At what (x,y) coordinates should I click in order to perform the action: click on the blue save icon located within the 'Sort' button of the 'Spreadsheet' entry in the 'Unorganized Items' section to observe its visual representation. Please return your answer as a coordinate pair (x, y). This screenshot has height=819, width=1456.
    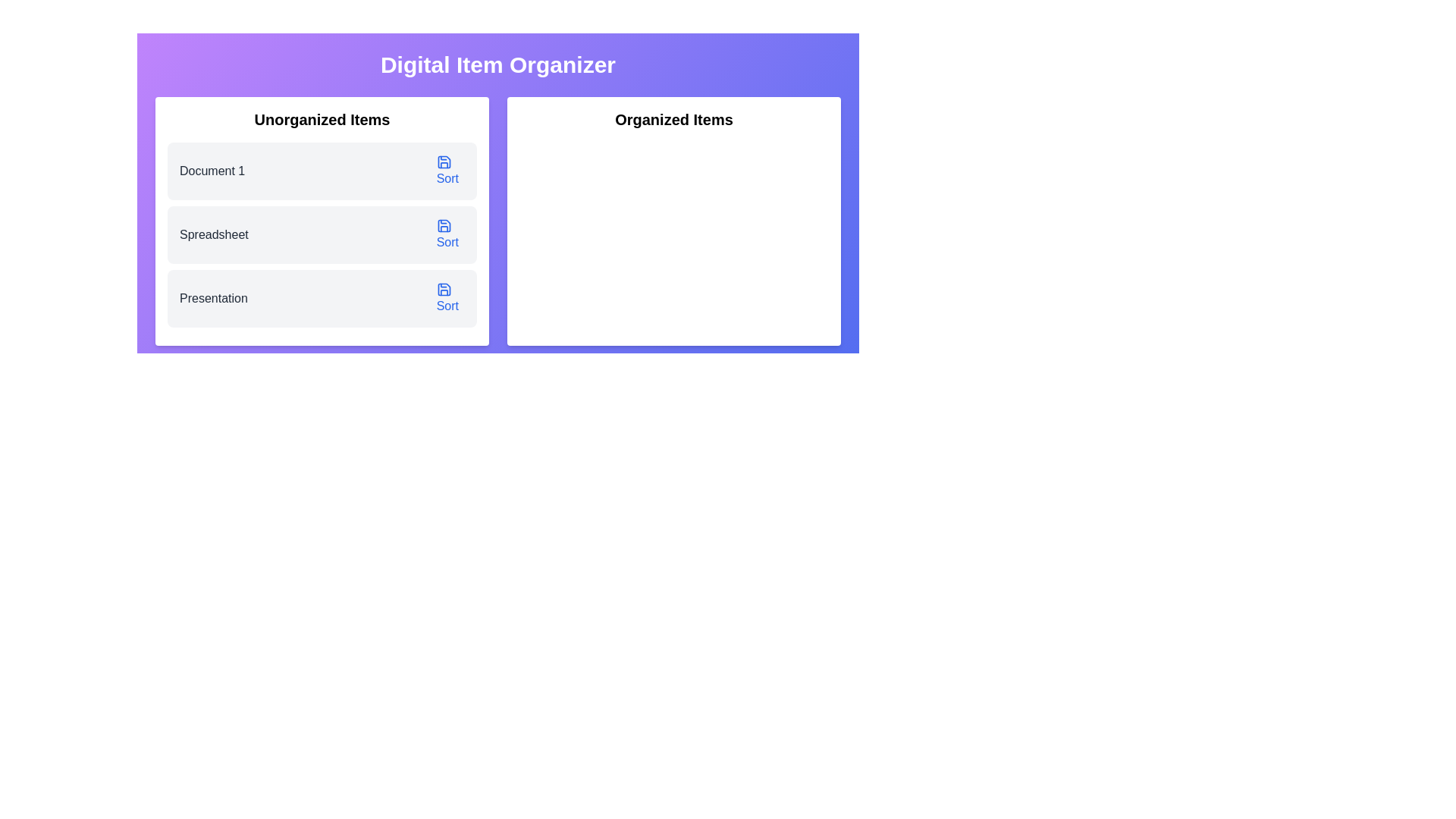
    Looking at the image, I should click on (443, 225).